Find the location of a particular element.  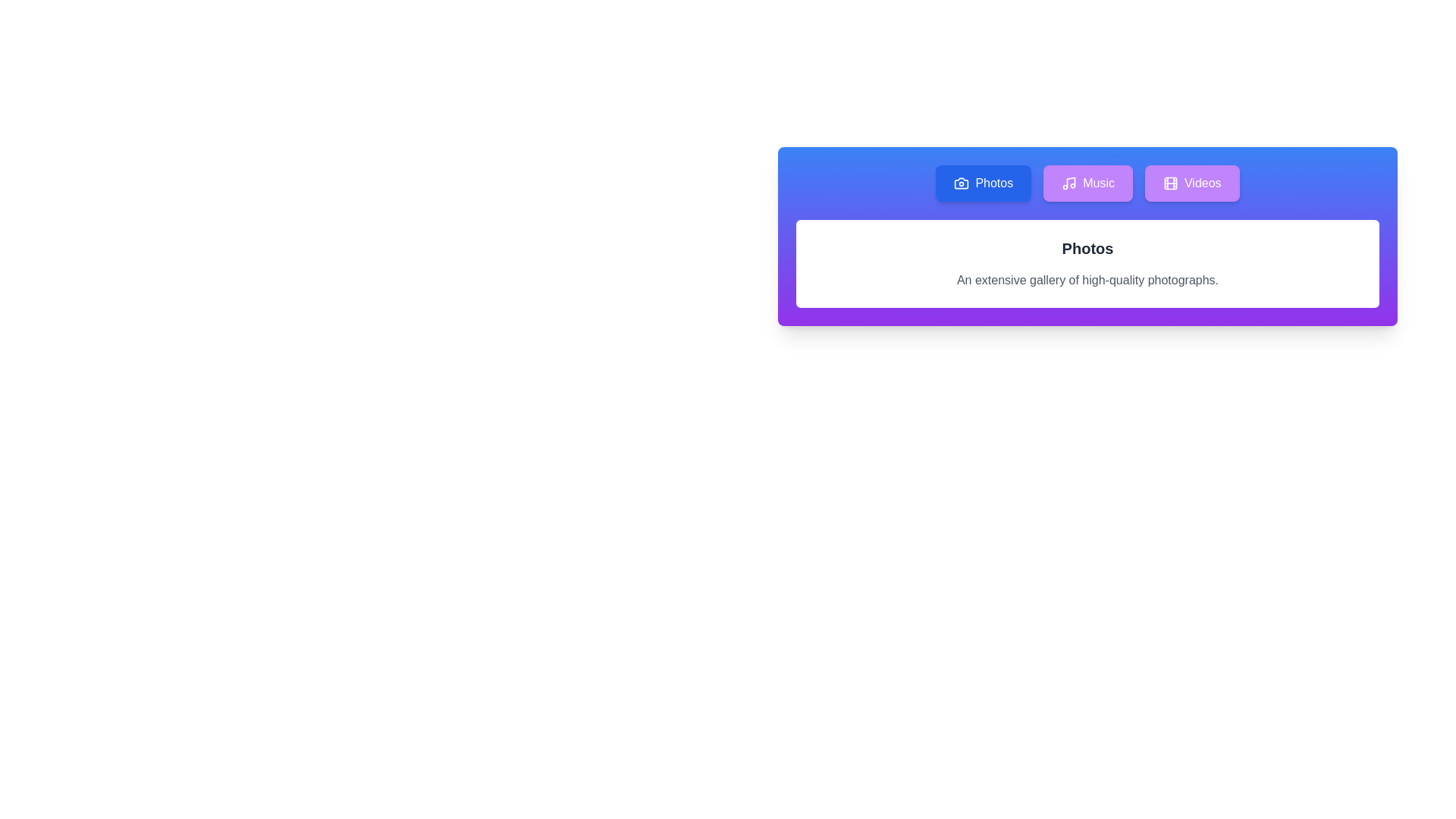

the Photos tab by clicking on its button is located at coordinates (983, 183).